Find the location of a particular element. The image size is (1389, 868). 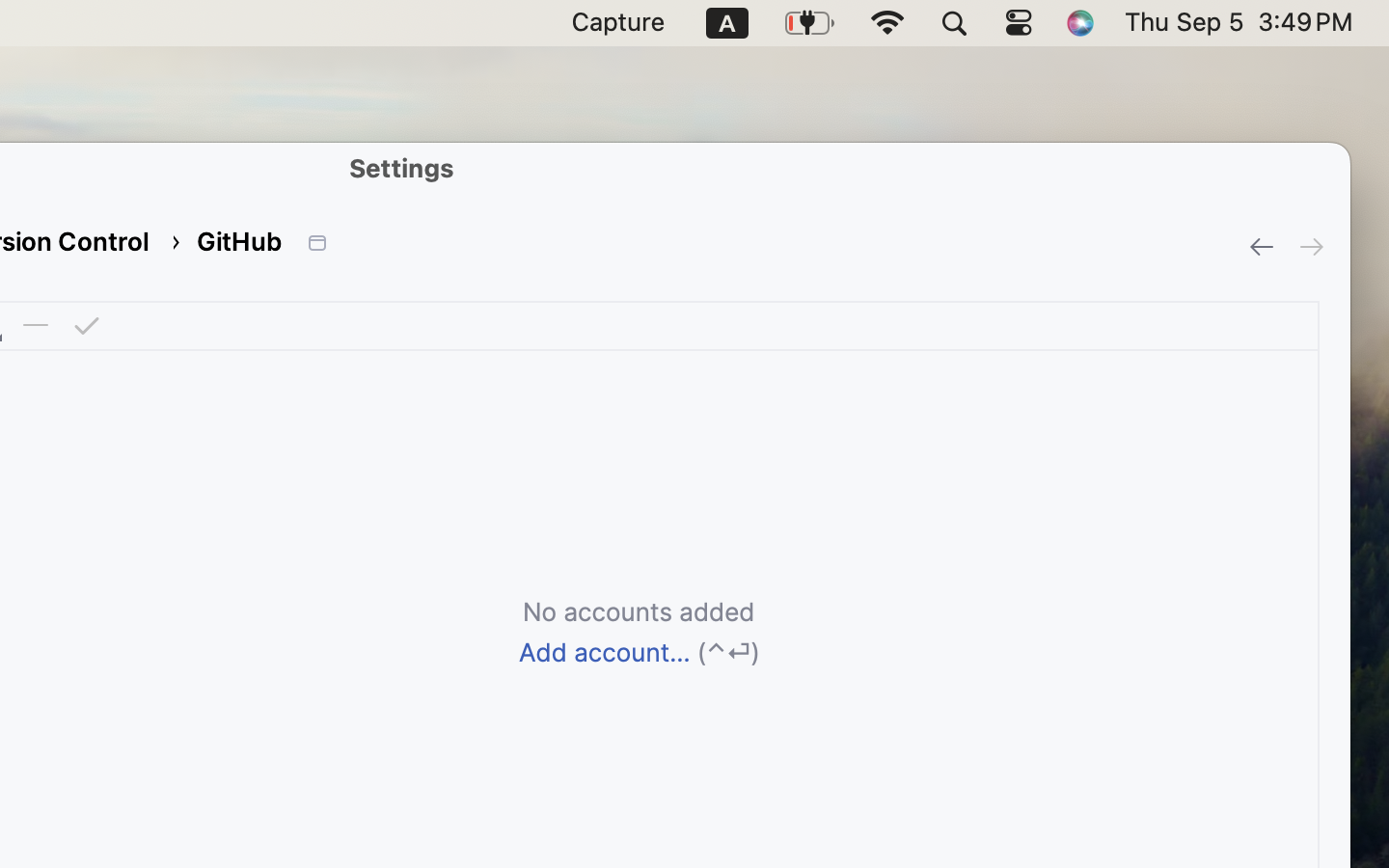

'Settings' is located at coordinates (401, 167).